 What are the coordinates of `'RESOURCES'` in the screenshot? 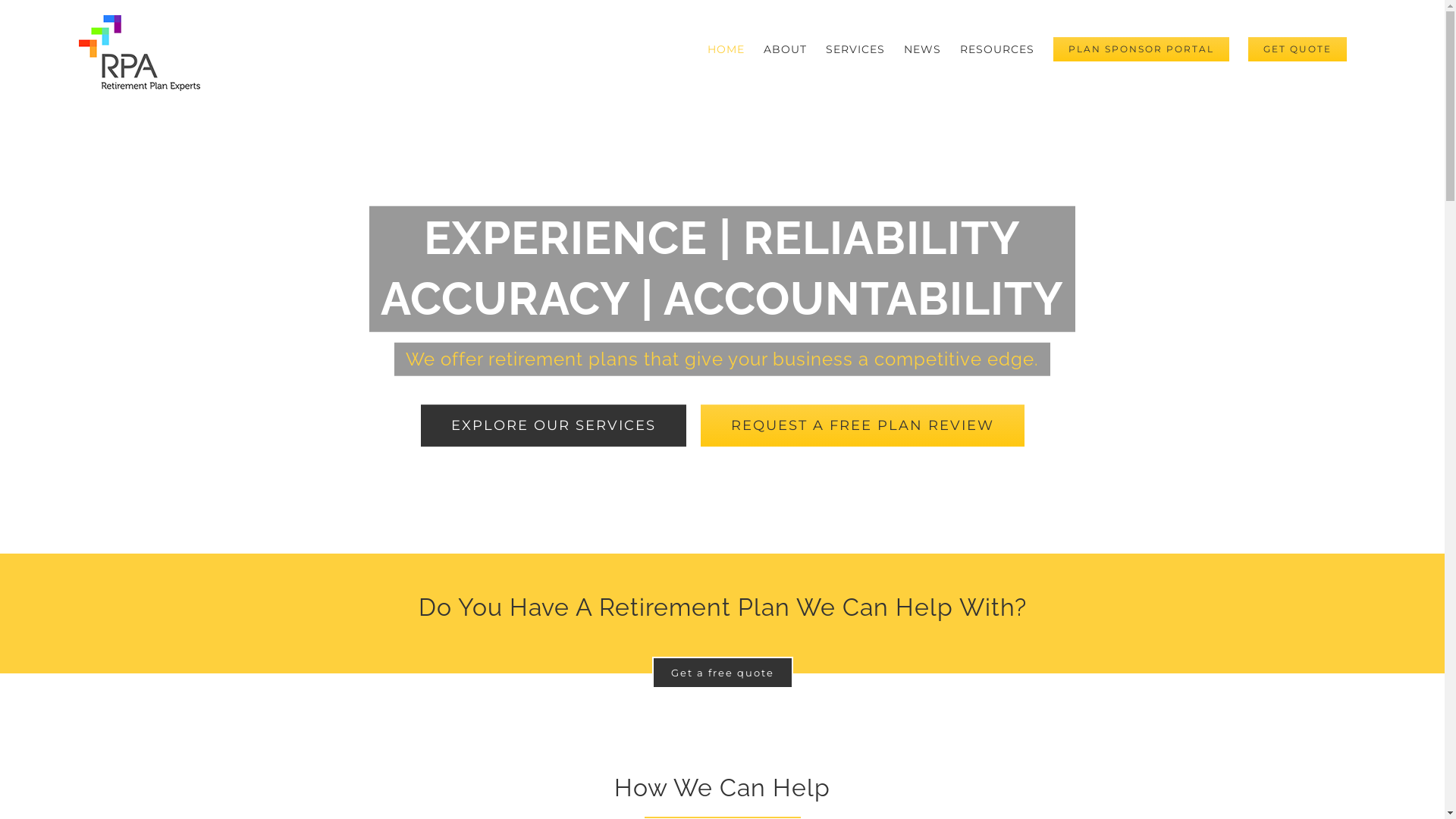 It's located at (959, 49).